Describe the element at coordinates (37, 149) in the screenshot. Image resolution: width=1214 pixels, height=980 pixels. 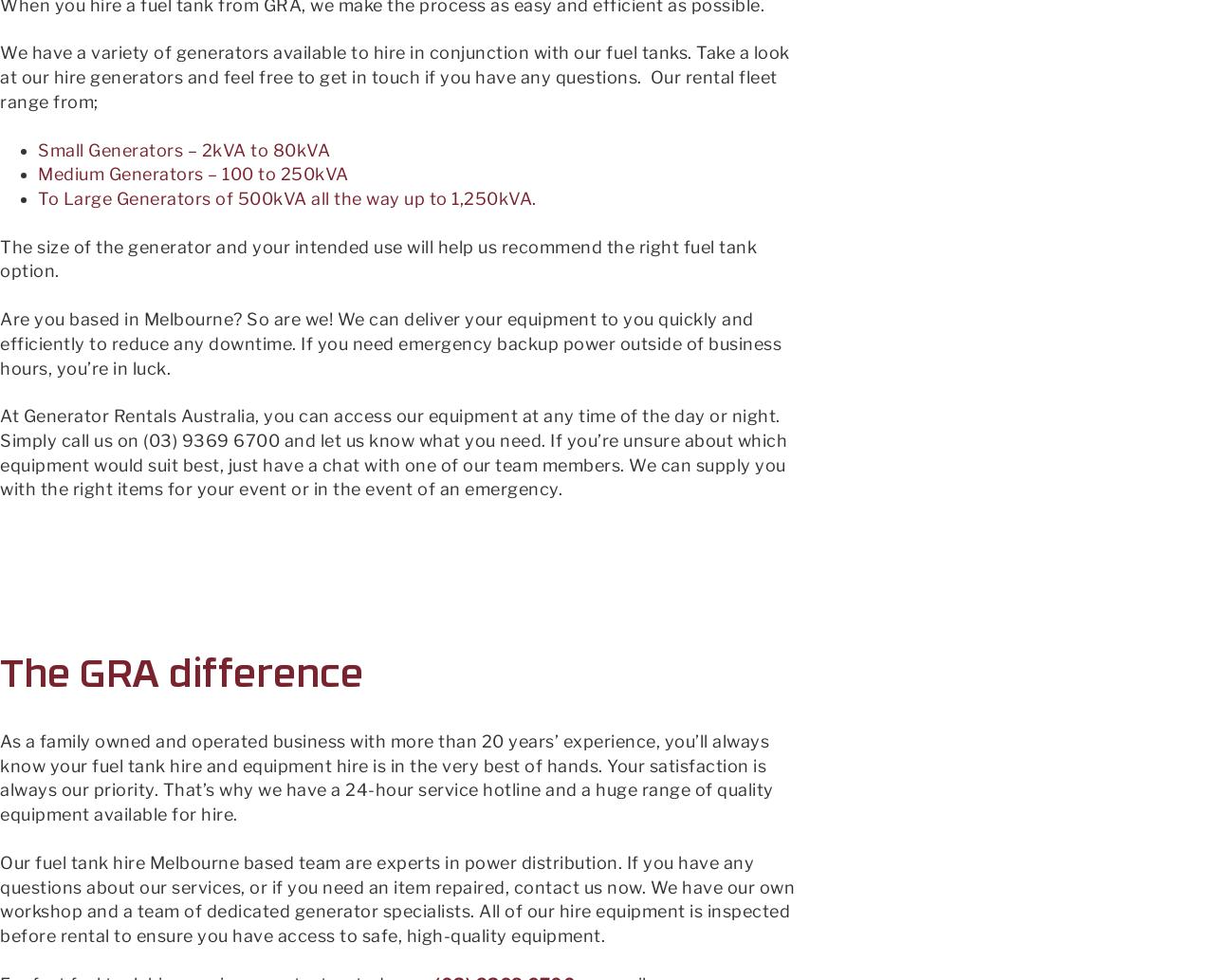
I see `'Small Generators – 2kVA to 80kVA'` at that location.